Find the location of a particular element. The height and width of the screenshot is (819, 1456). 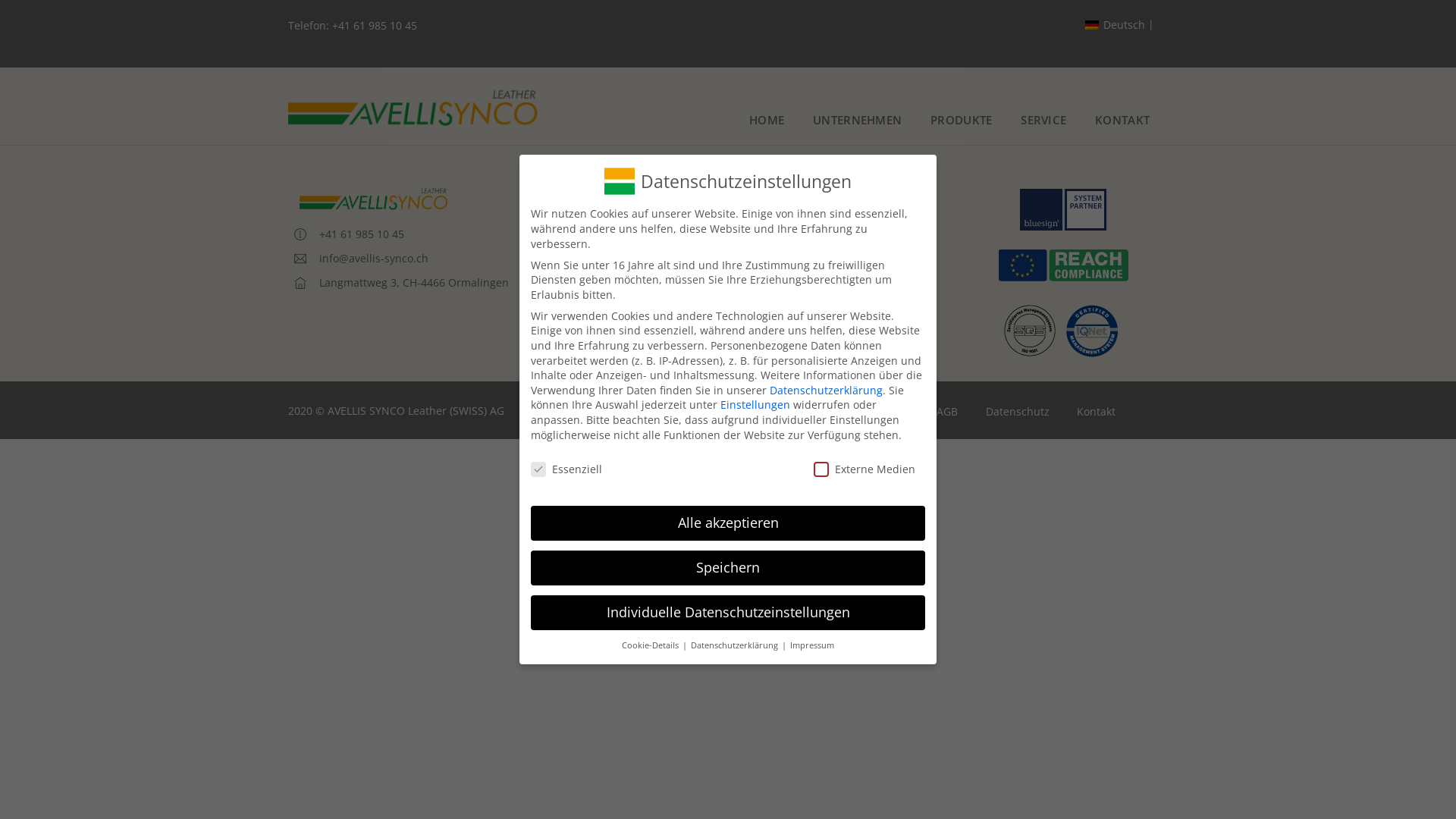

'Speichern' is located at coordinates (728, 567).